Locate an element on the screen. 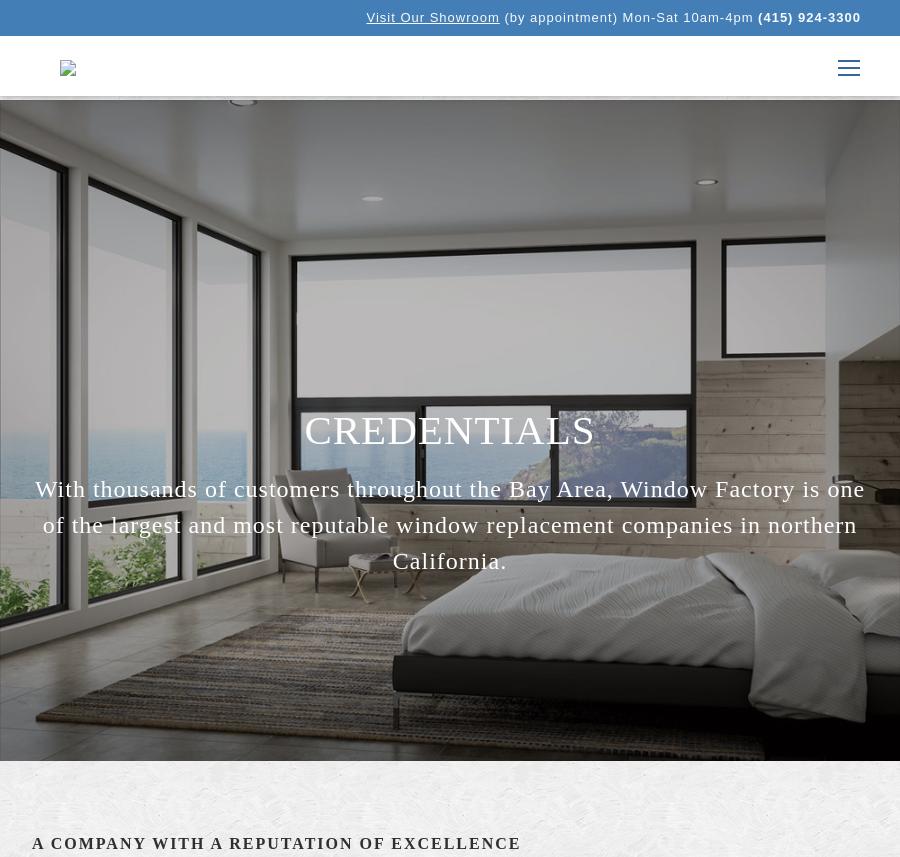 The height and width of the screenshot is (857, 900). 'Blog' is located at coordinates (699, 228).